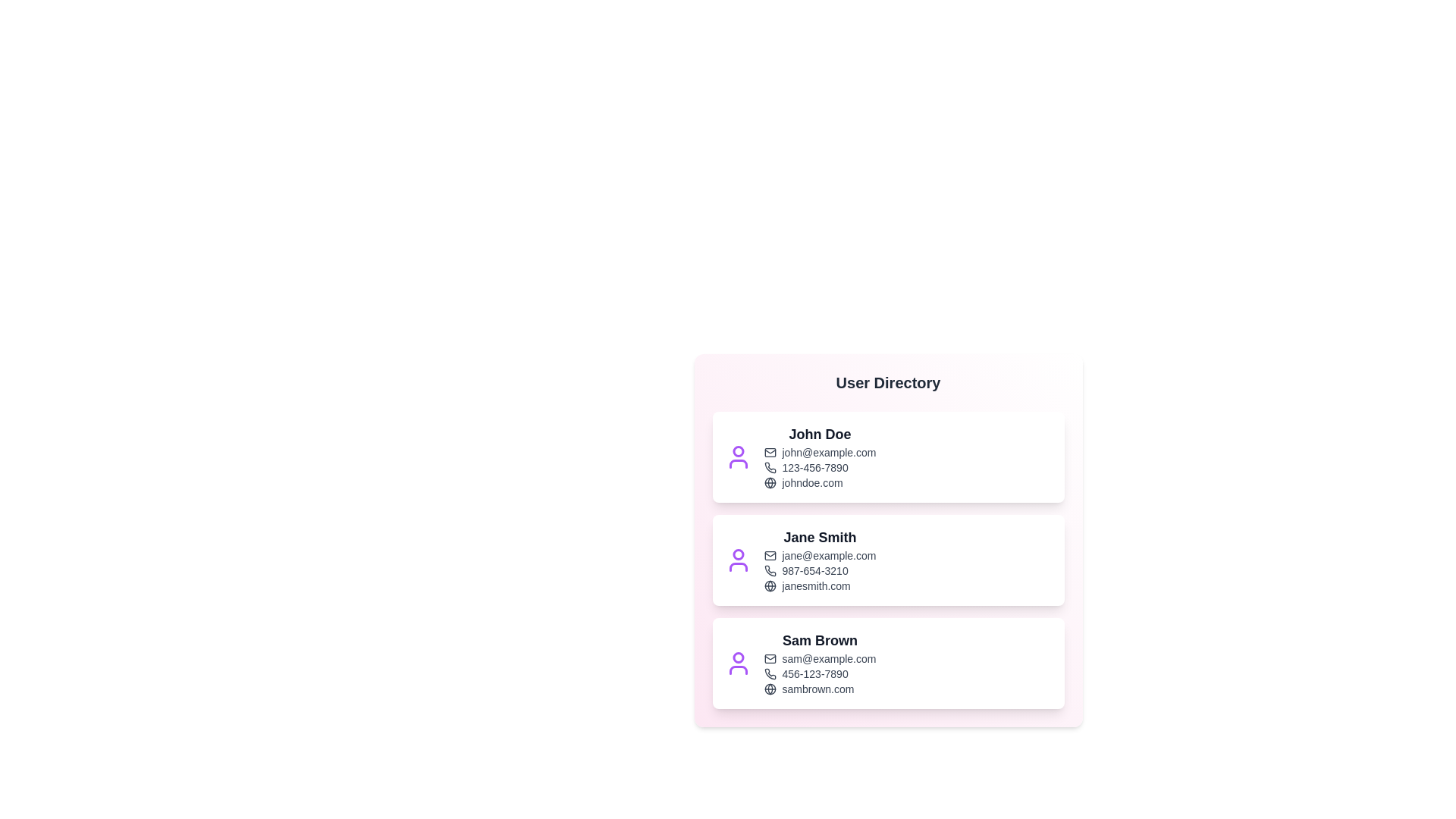  Describe the element at coordinates (819, 467) in the screenshot. I see `the phone number of John Doe` at that location.